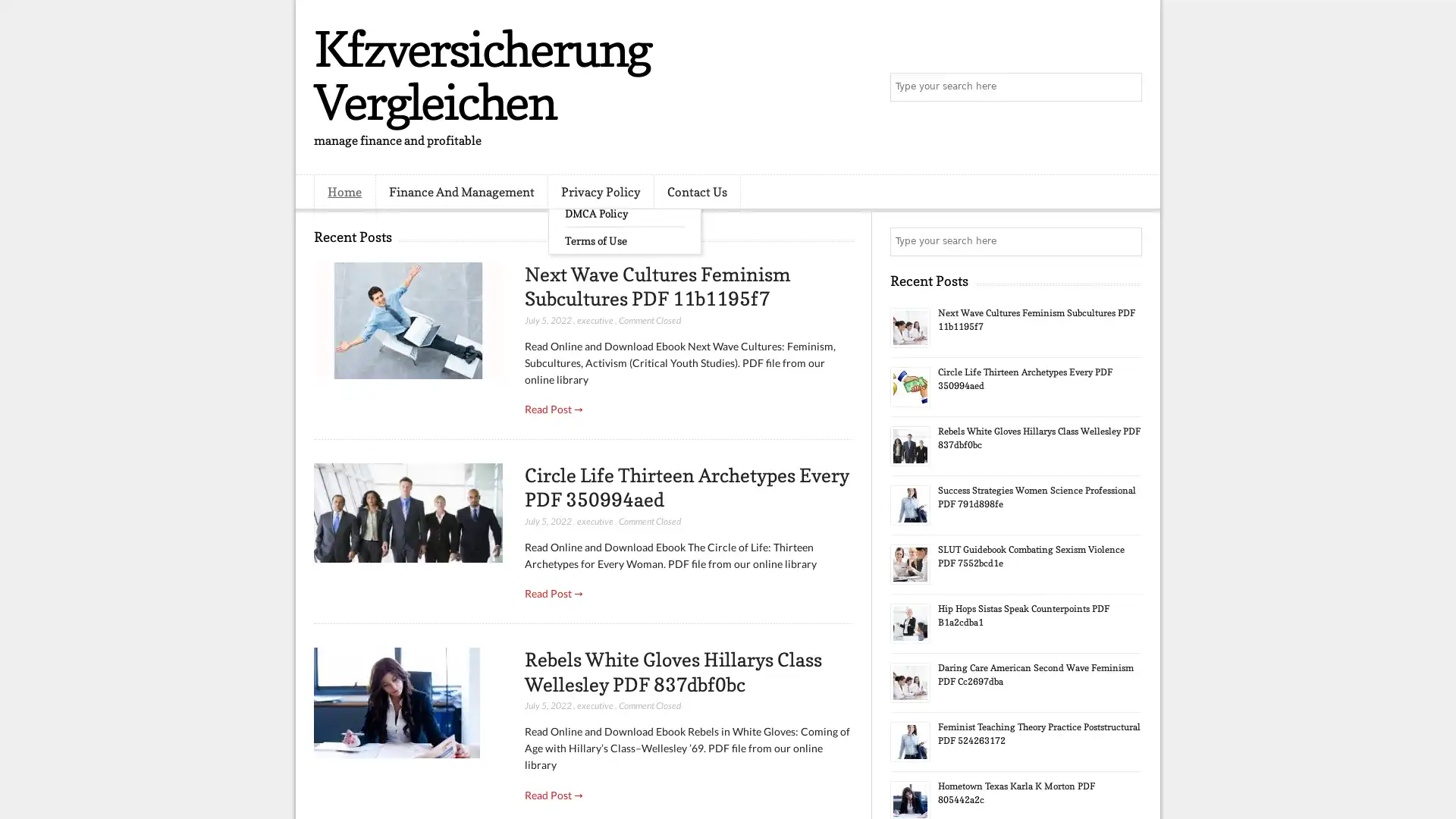 The image size is (1456, 819). I want to click on Search, so click(1126, 87).